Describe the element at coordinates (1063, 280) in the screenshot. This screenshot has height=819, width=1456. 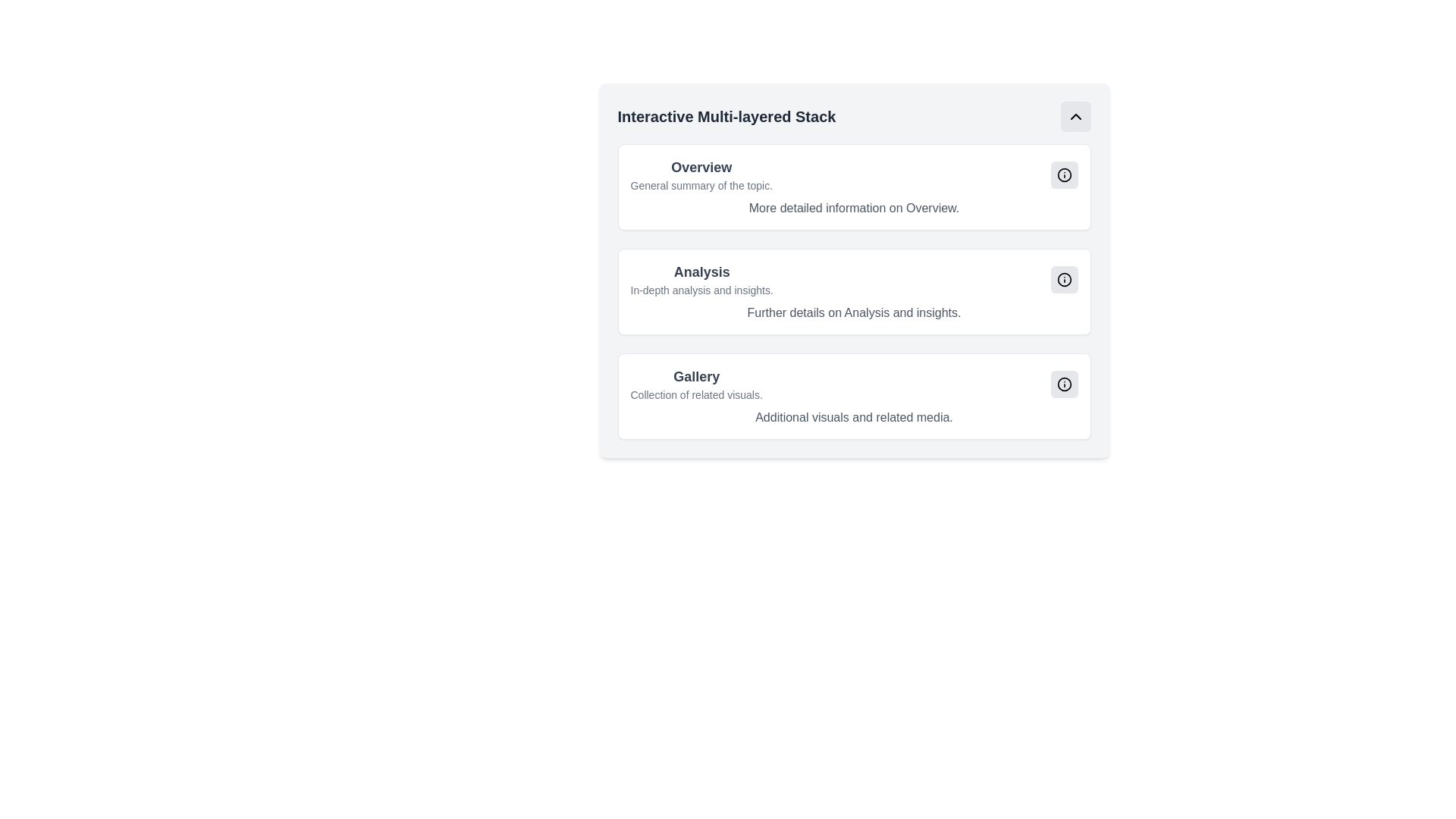
I see `the circular 'i' information icon located in the top-right corner of the 'Analysis' section` at that location.